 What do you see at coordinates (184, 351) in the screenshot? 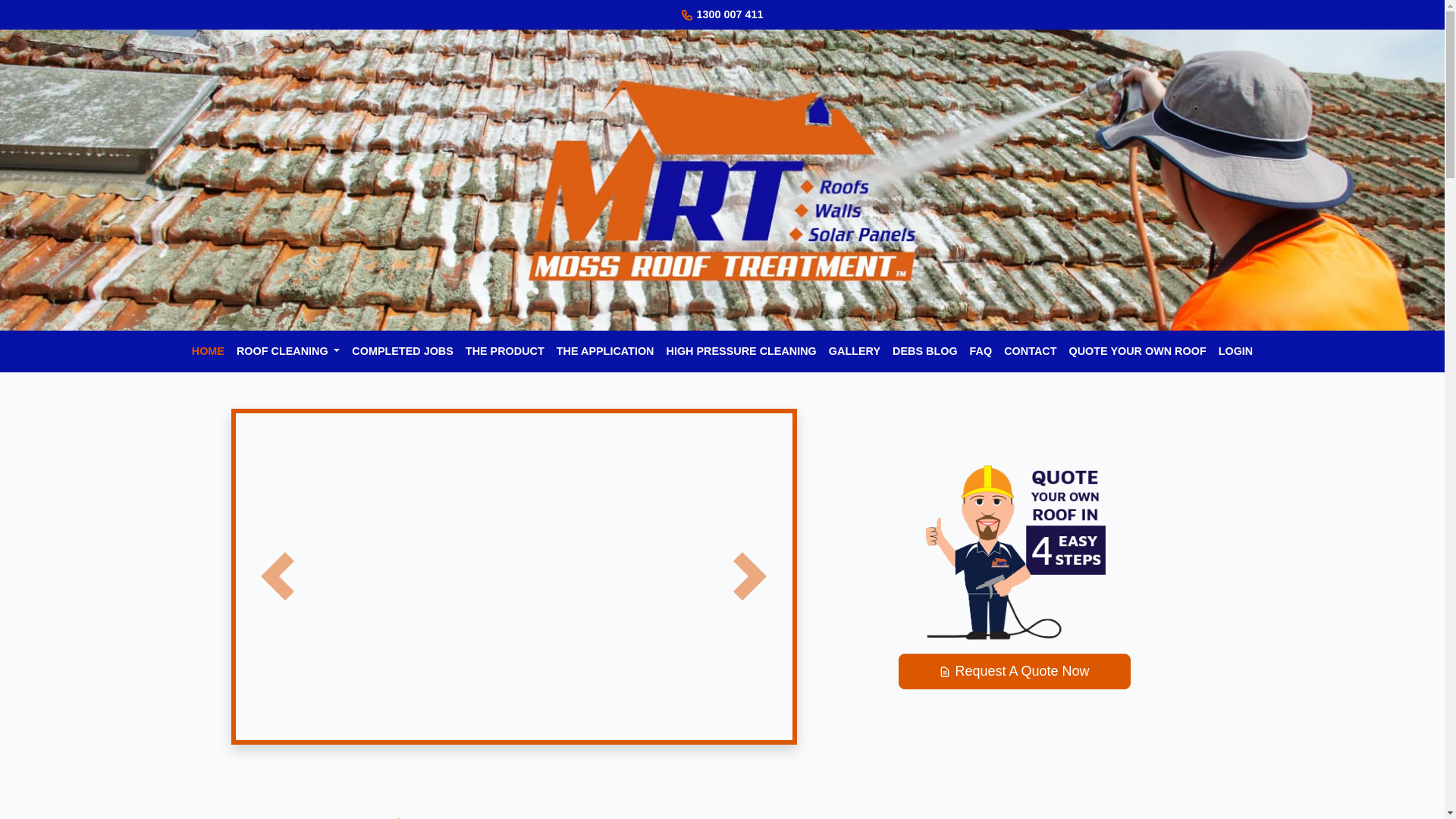
I see `'HOME'` at bounding box center [184, 351].